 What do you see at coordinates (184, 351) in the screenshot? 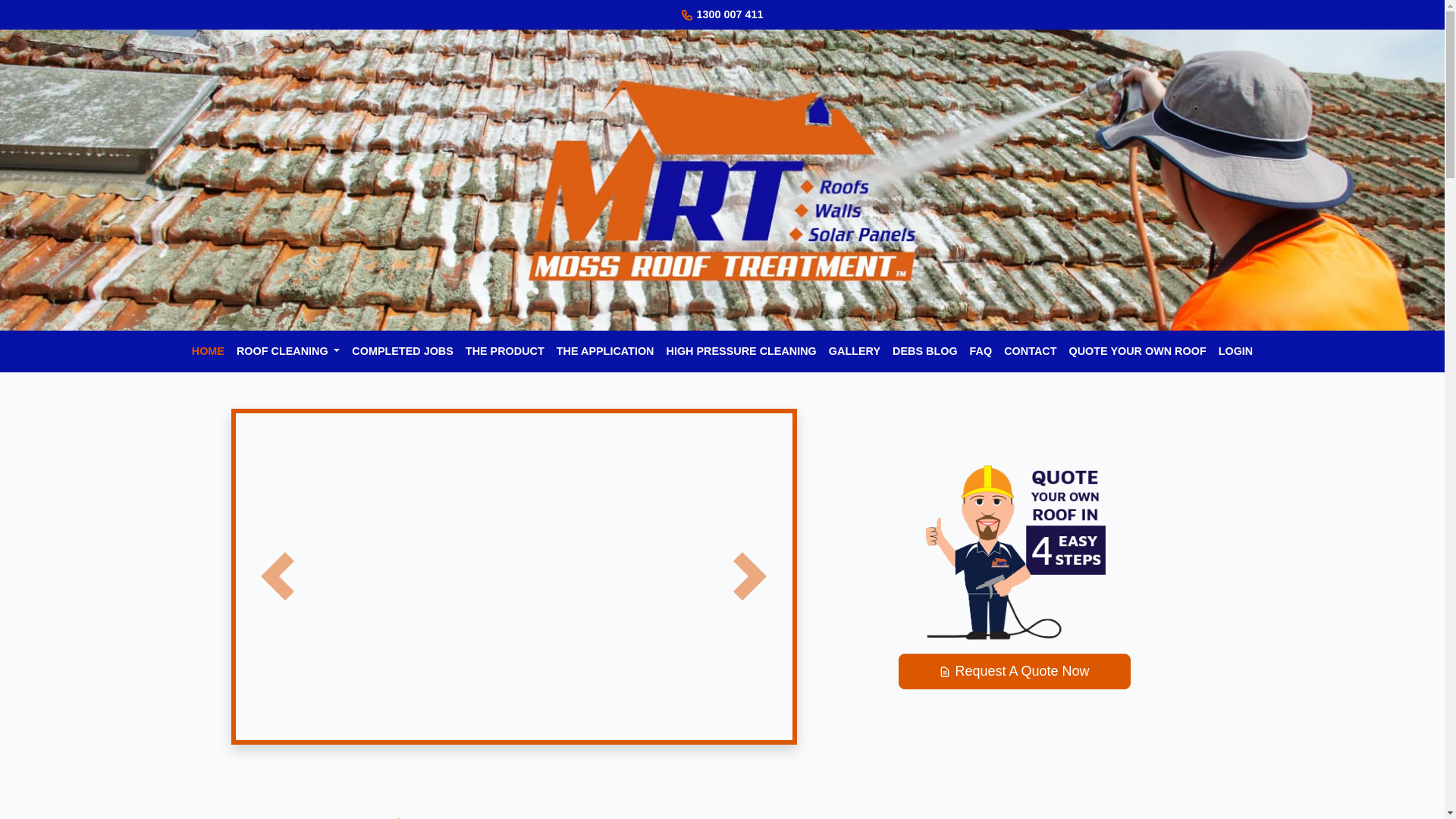
I see `'HOME'` at bounding box center [184, 351].